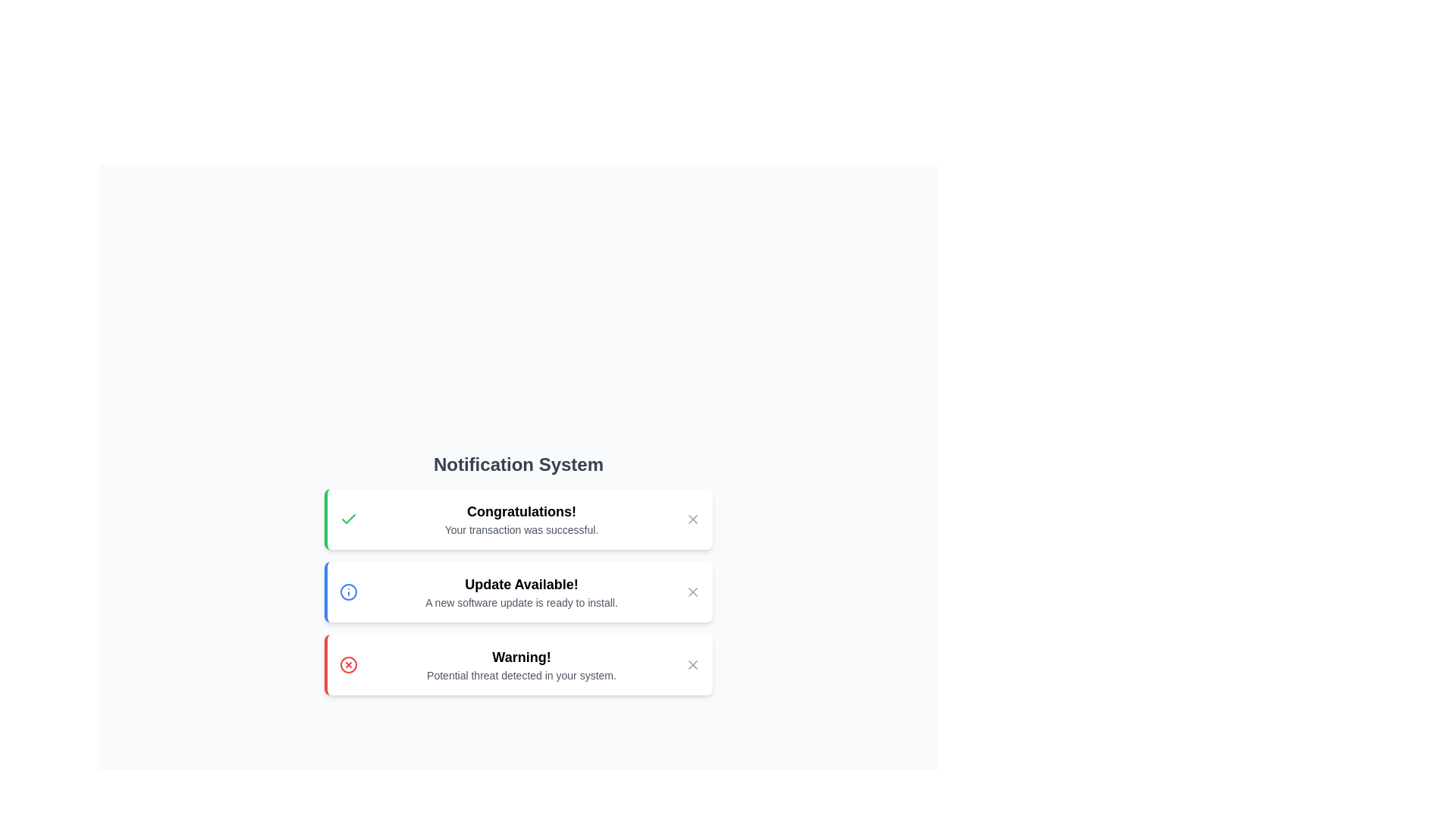  Describe the element at coordinates (348, 664) in the screenshot. I see `the warning icon located within the third notification card labeled 'Warning!', positioned next to the text 'Warning! Potential threat detected in your system.'` at that location.